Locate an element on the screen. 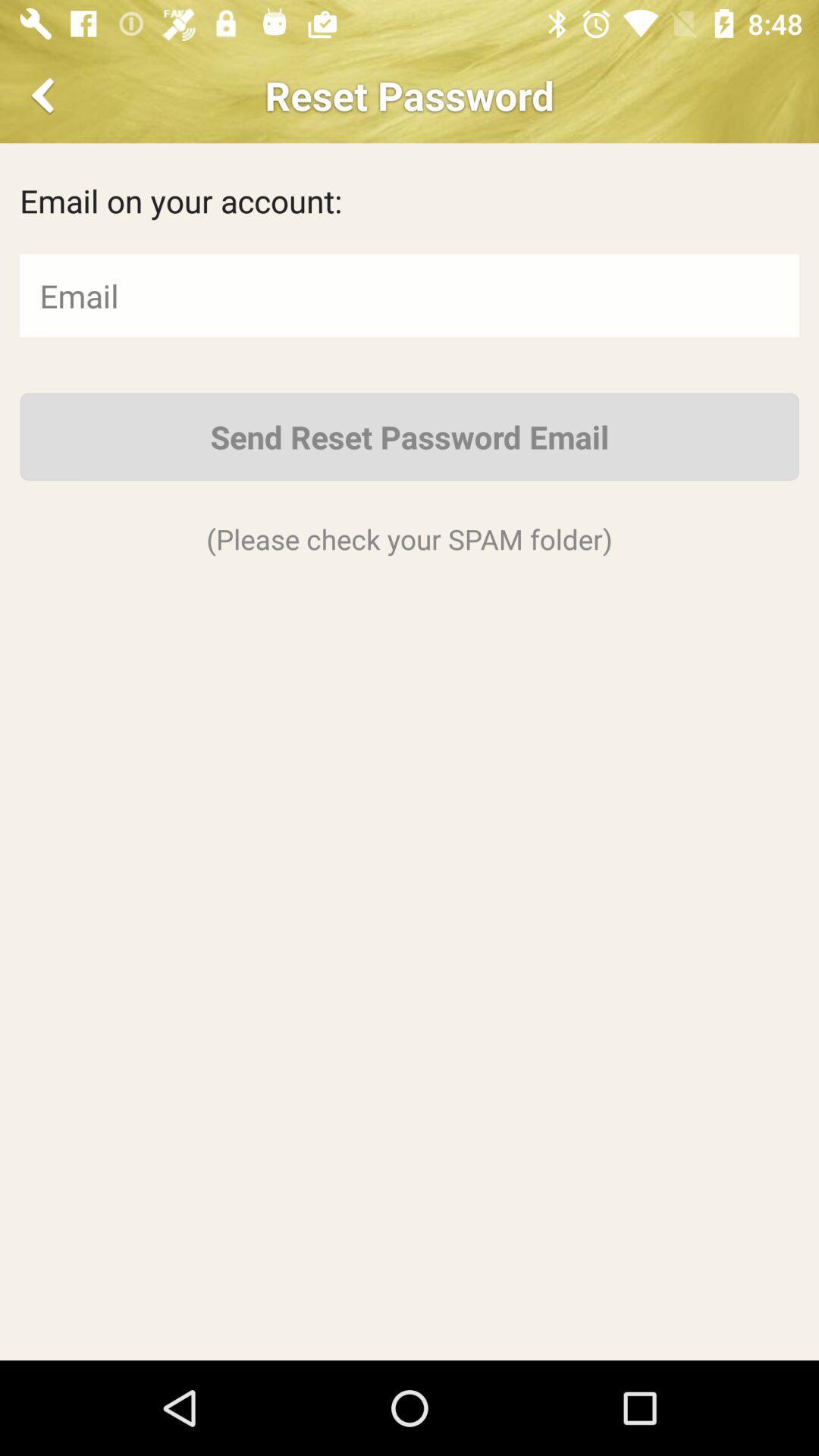 This screenshot has width=819, height=1456. item above email on your item is located at coordinates (45, 94).